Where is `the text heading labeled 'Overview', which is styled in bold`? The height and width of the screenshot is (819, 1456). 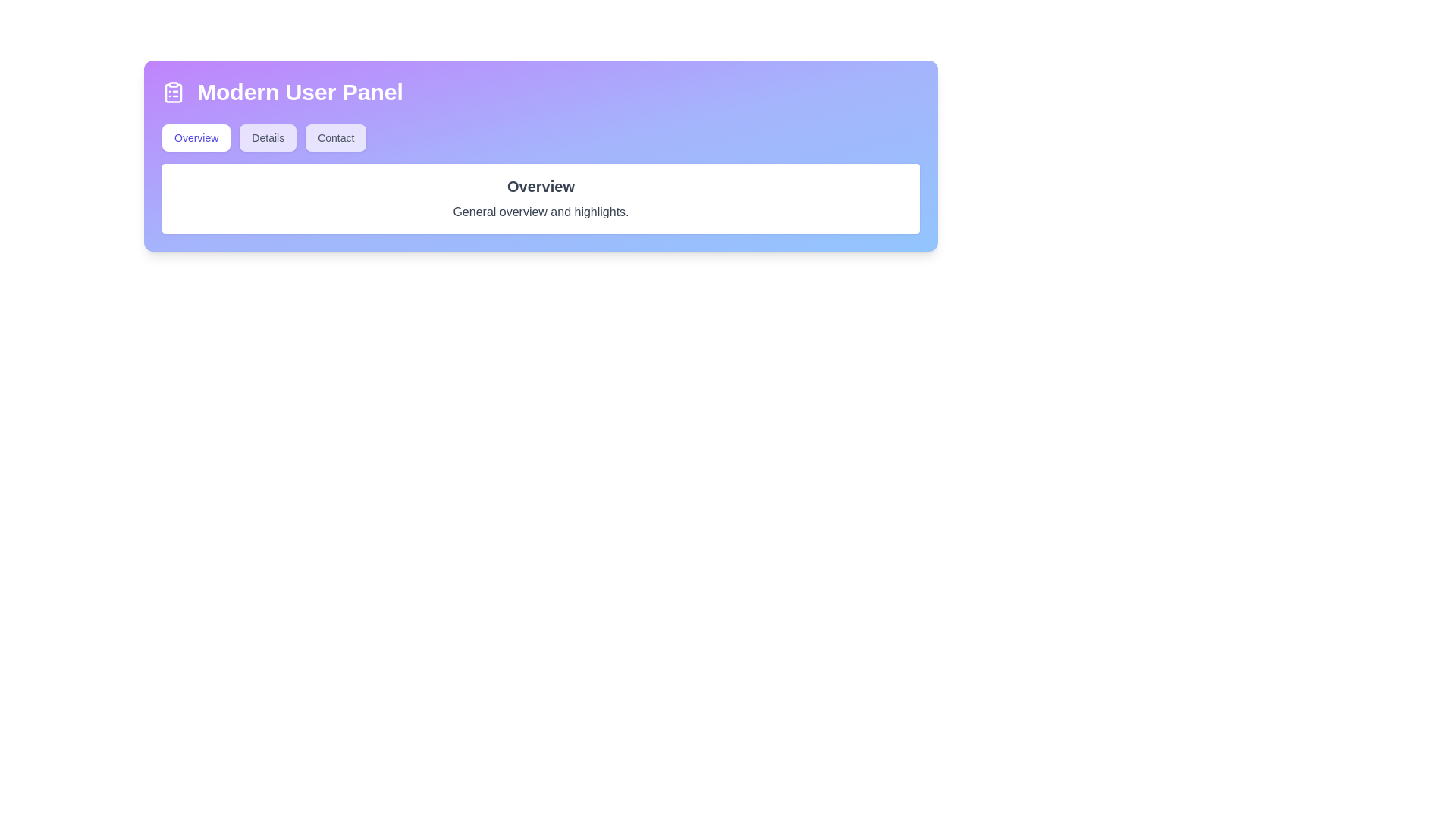 the text heading labeled 'Overview', which is styled in bold is located at coordinates (541, 186).